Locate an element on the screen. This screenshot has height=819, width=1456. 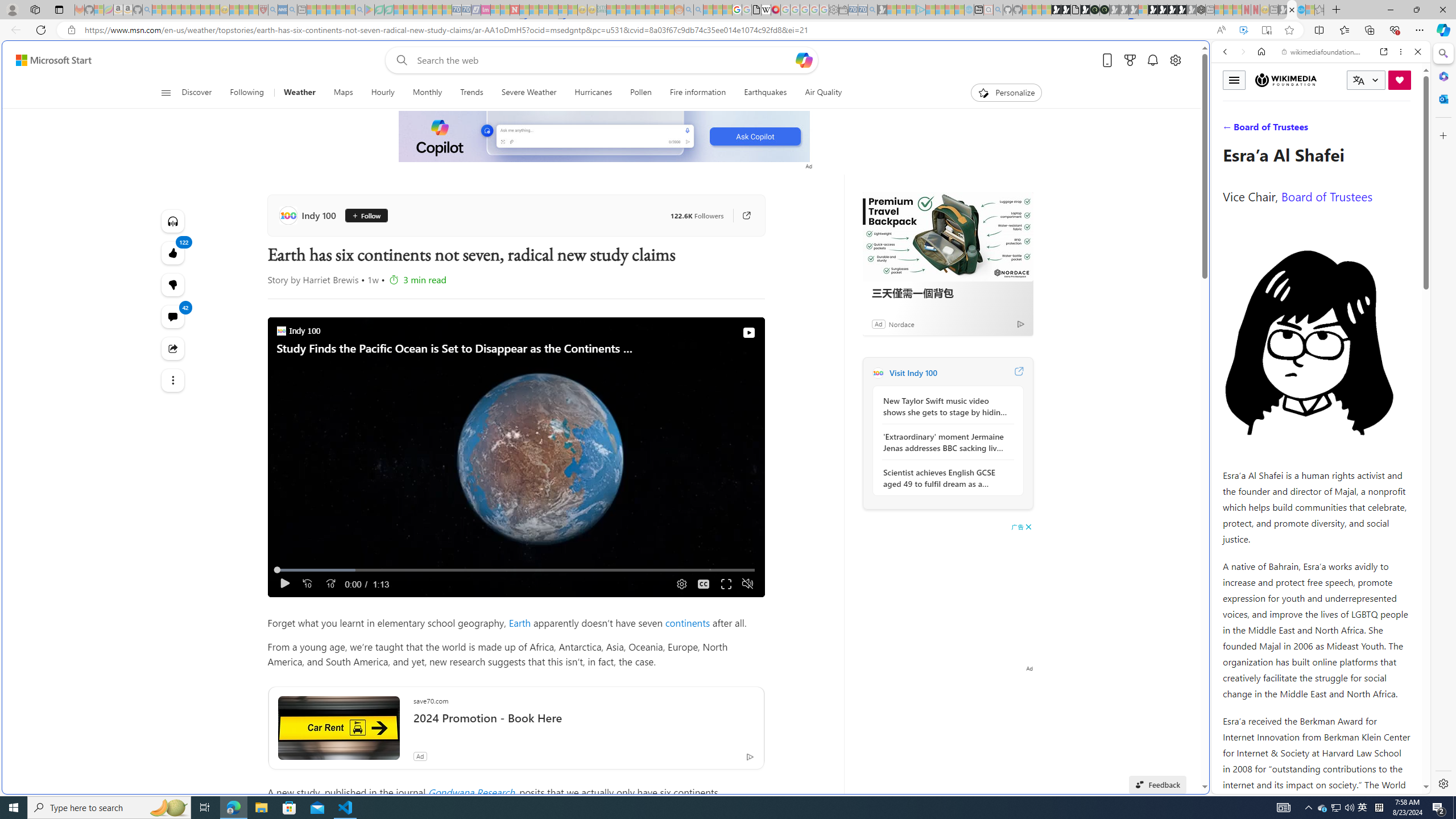
'continents' is located at coordinates (687, 622).